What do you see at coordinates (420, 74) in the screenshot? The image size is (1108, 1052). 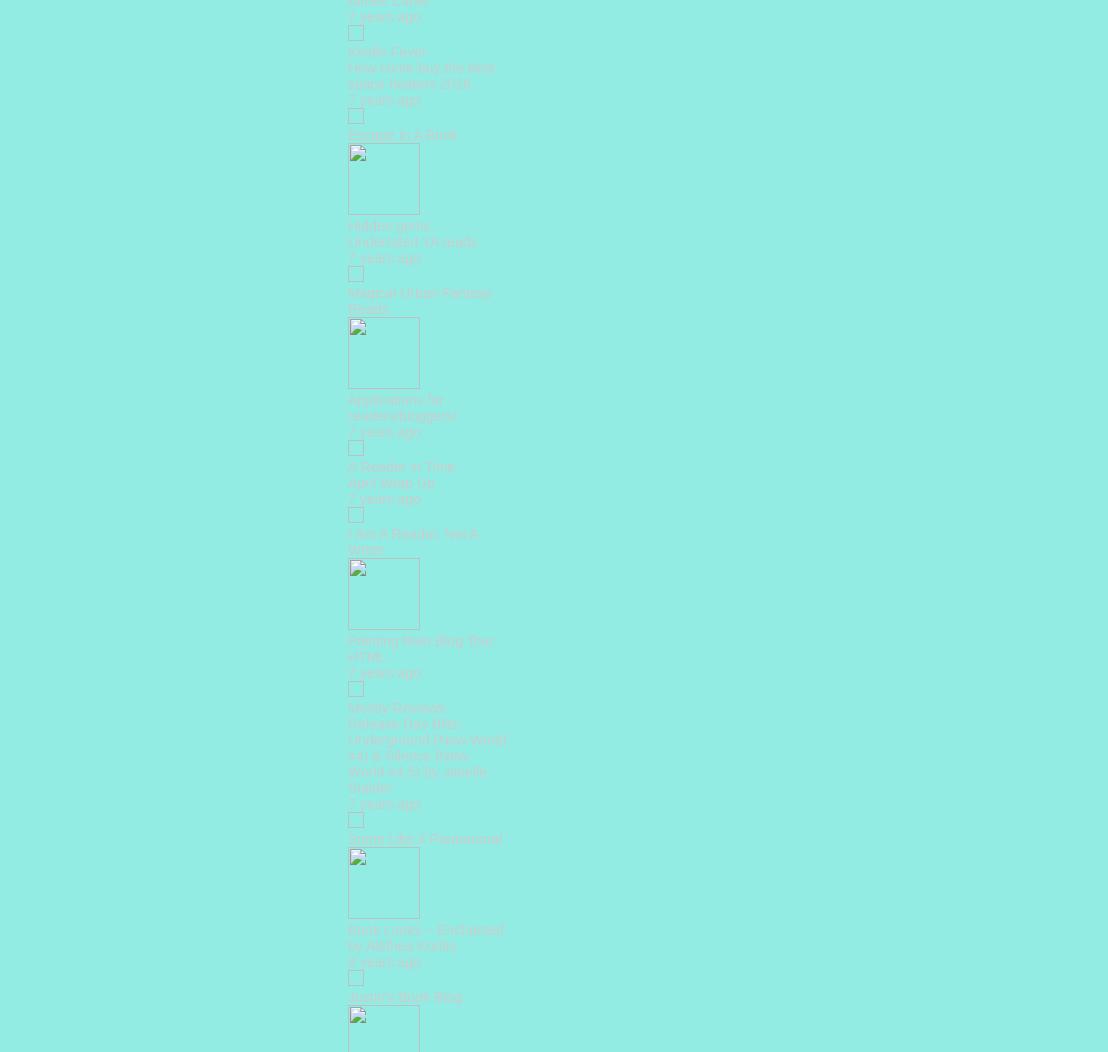 I see `'How come buy the best space heaters 2016'` at bounding box center [420, 74].